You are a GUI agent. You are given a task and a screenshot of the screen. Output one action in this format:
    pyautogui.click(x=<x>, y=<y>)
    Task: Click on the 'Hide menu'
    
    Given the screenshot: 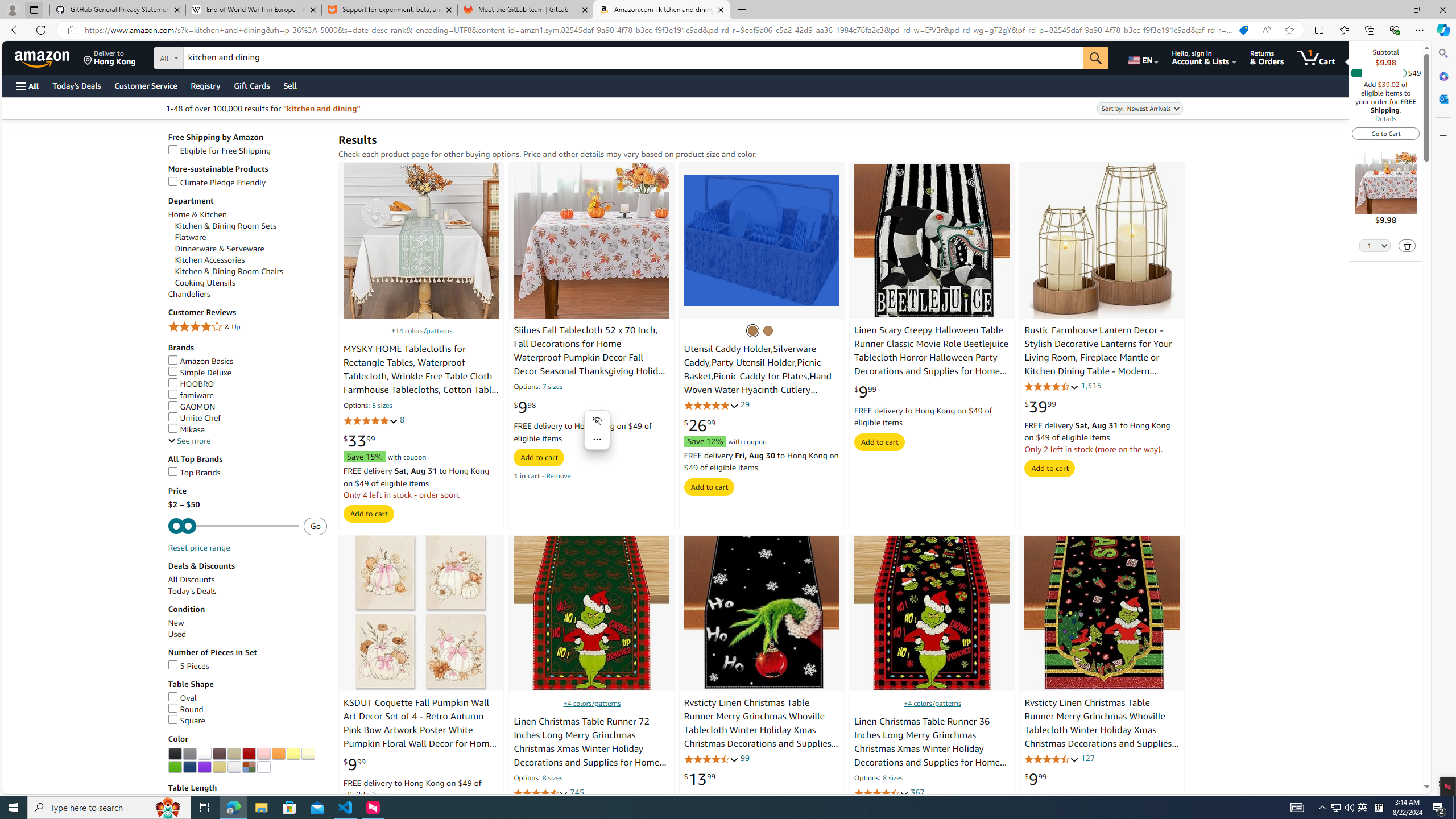 What is the action you would take?
    pyautogui.click(x=597, y=420)
    